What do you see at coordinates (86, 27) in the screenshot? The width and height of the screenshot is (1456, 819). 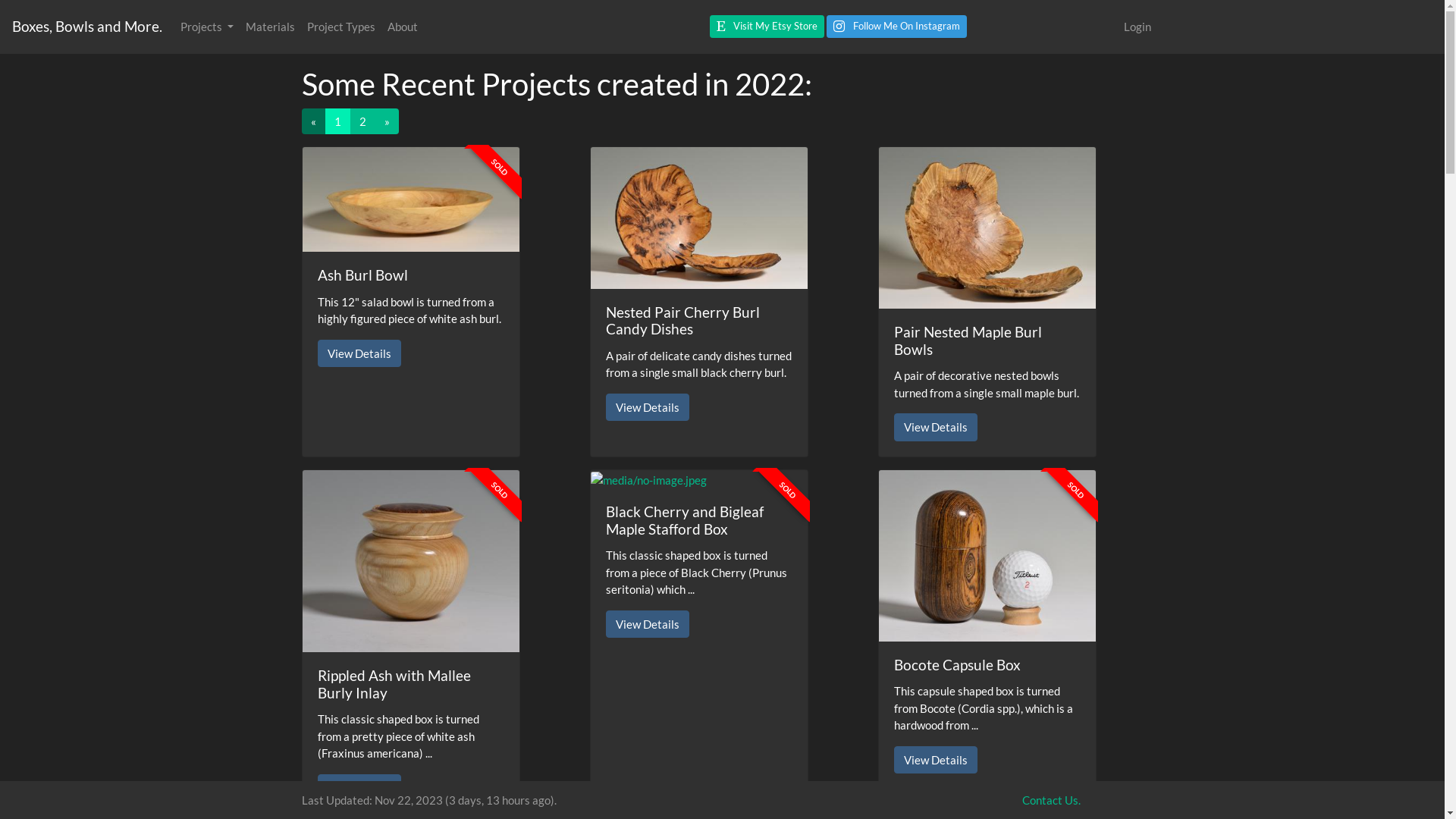 I see `'Boxes, Bowls and More.'` at bounding box center [86, 27].